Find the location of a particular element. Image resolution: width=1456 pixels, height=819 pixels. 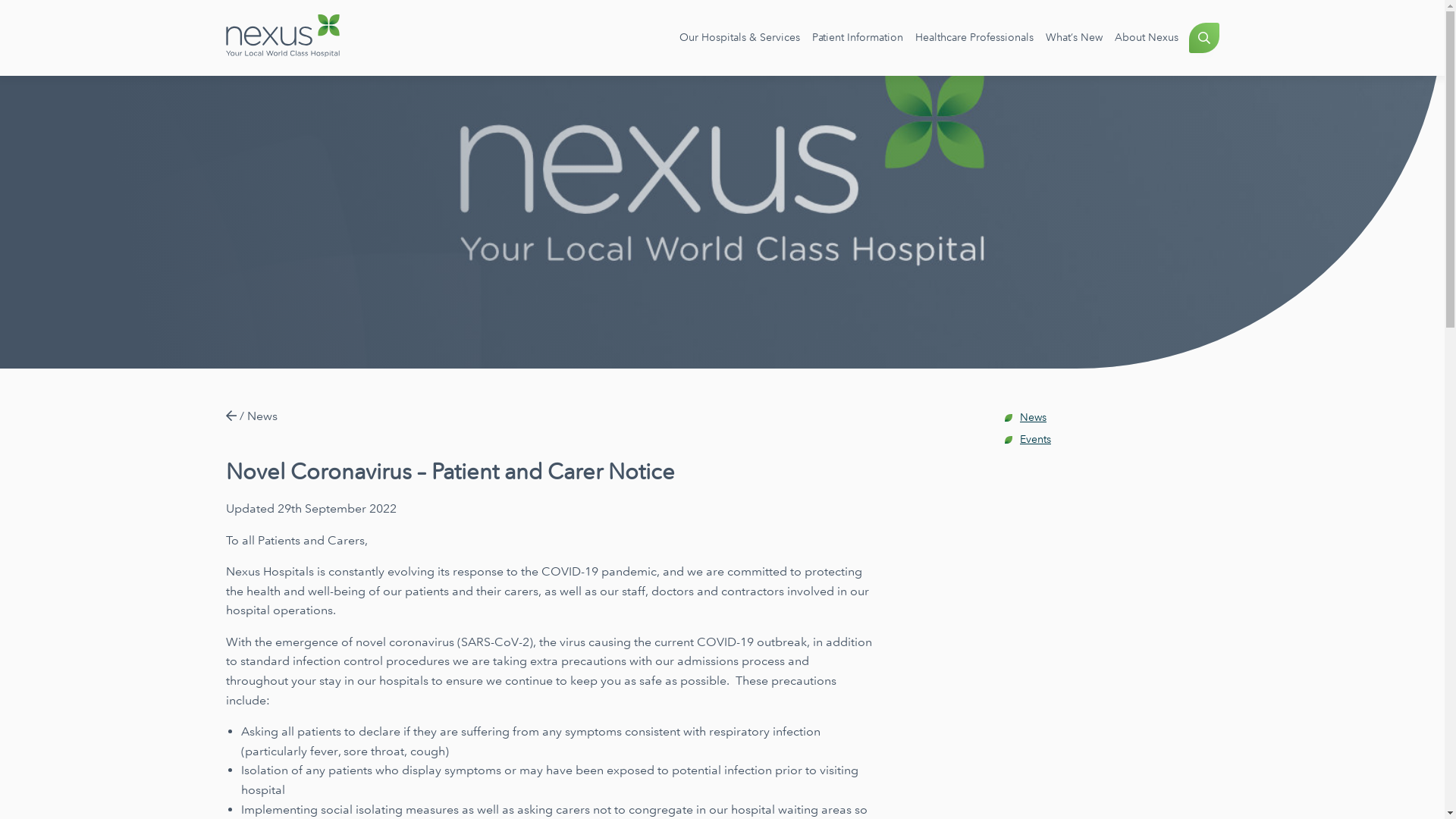

'Patient Information' is located at coordinates (856, 37).